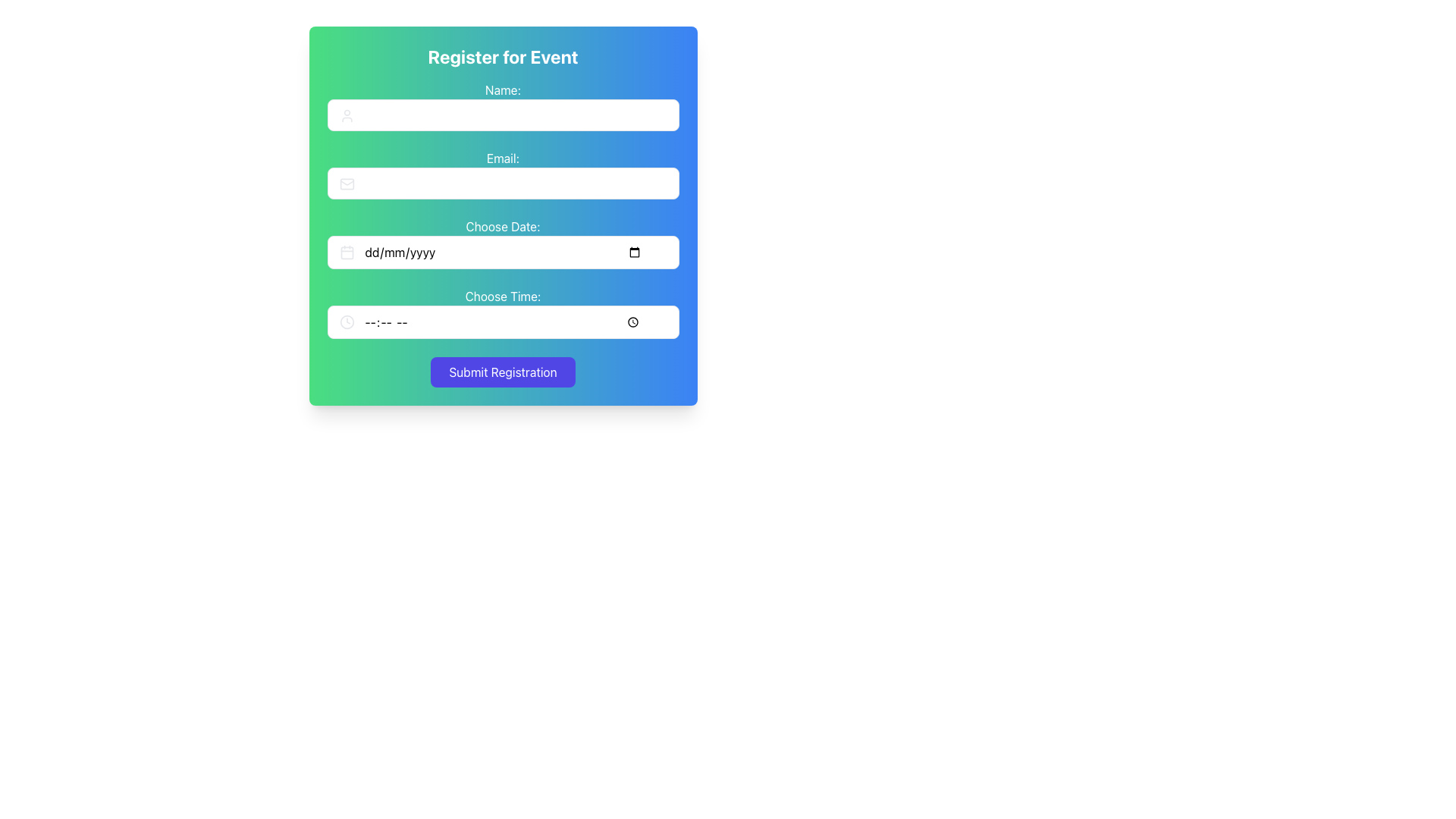  Describe the element at coordinates (503, 372) in the screenshot. I see `the prominent 'Submit Registration' button with a rounded rectangular shape and a gradient blue background` at that location.